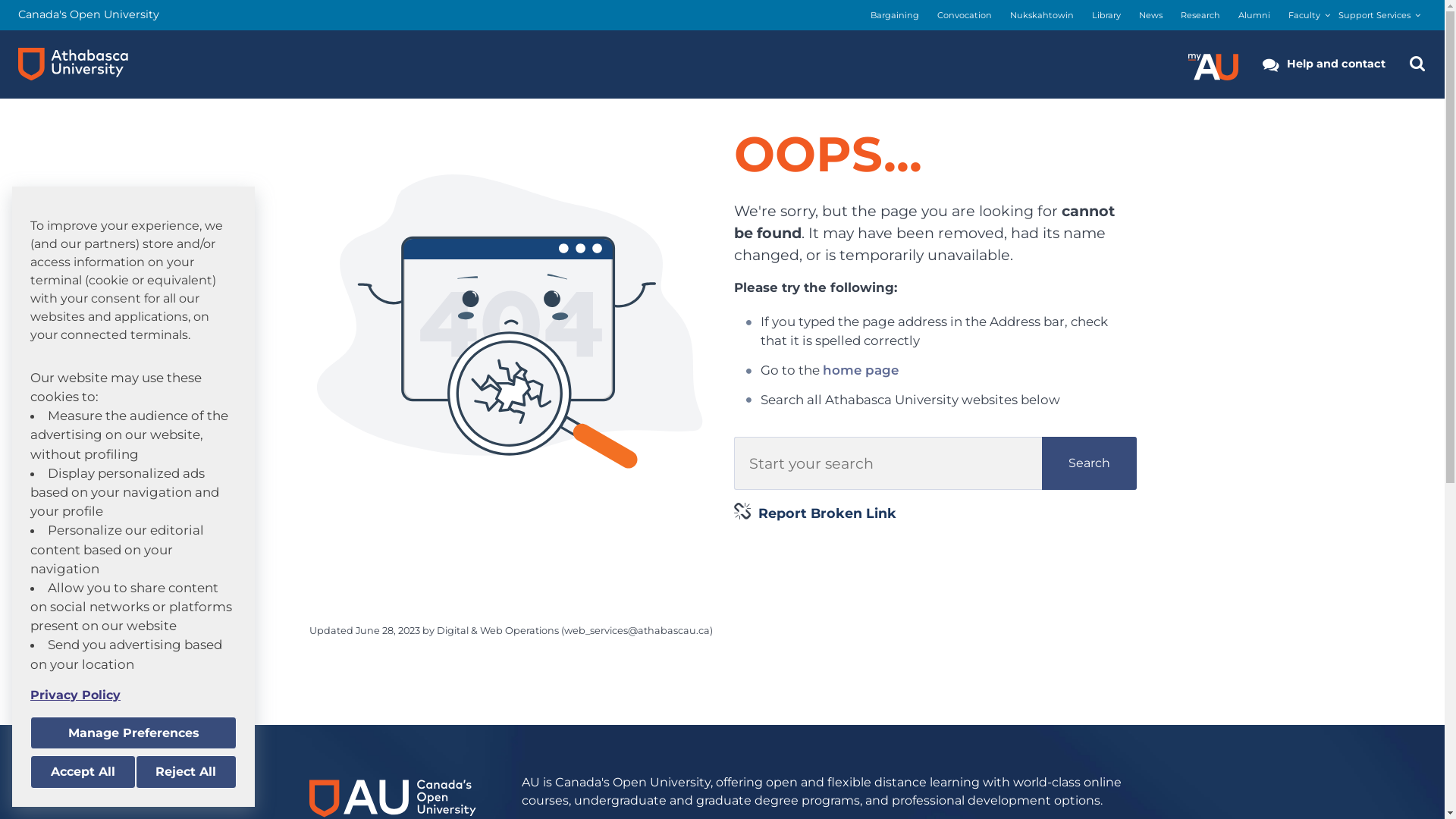 This screenshot has height=819, width=1456. I want to click on 'Athabasca University logo', so click(18, 63).